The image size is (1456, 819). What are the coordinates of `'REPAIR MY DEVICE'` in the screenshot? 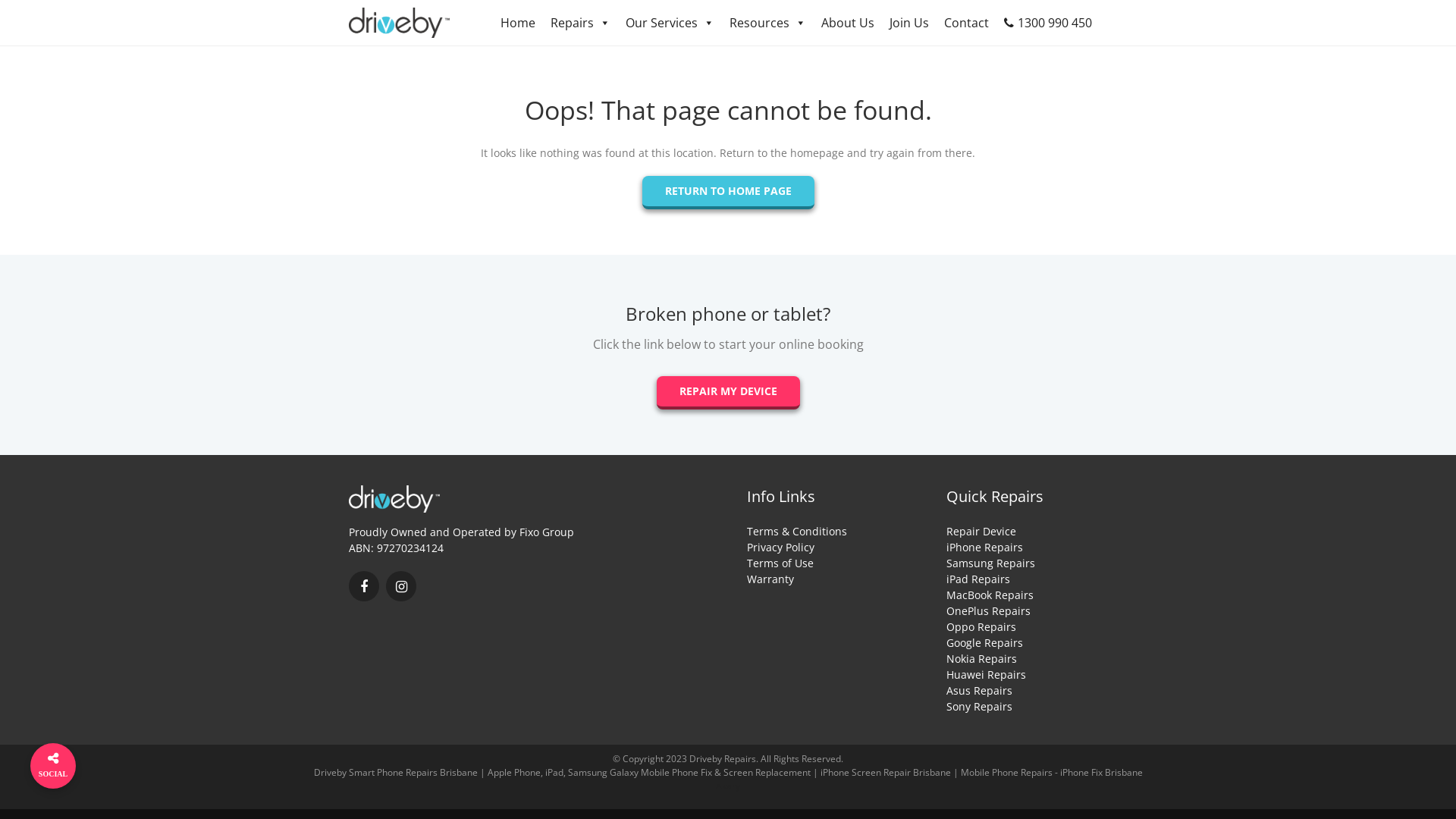 It's located at (728, 391).